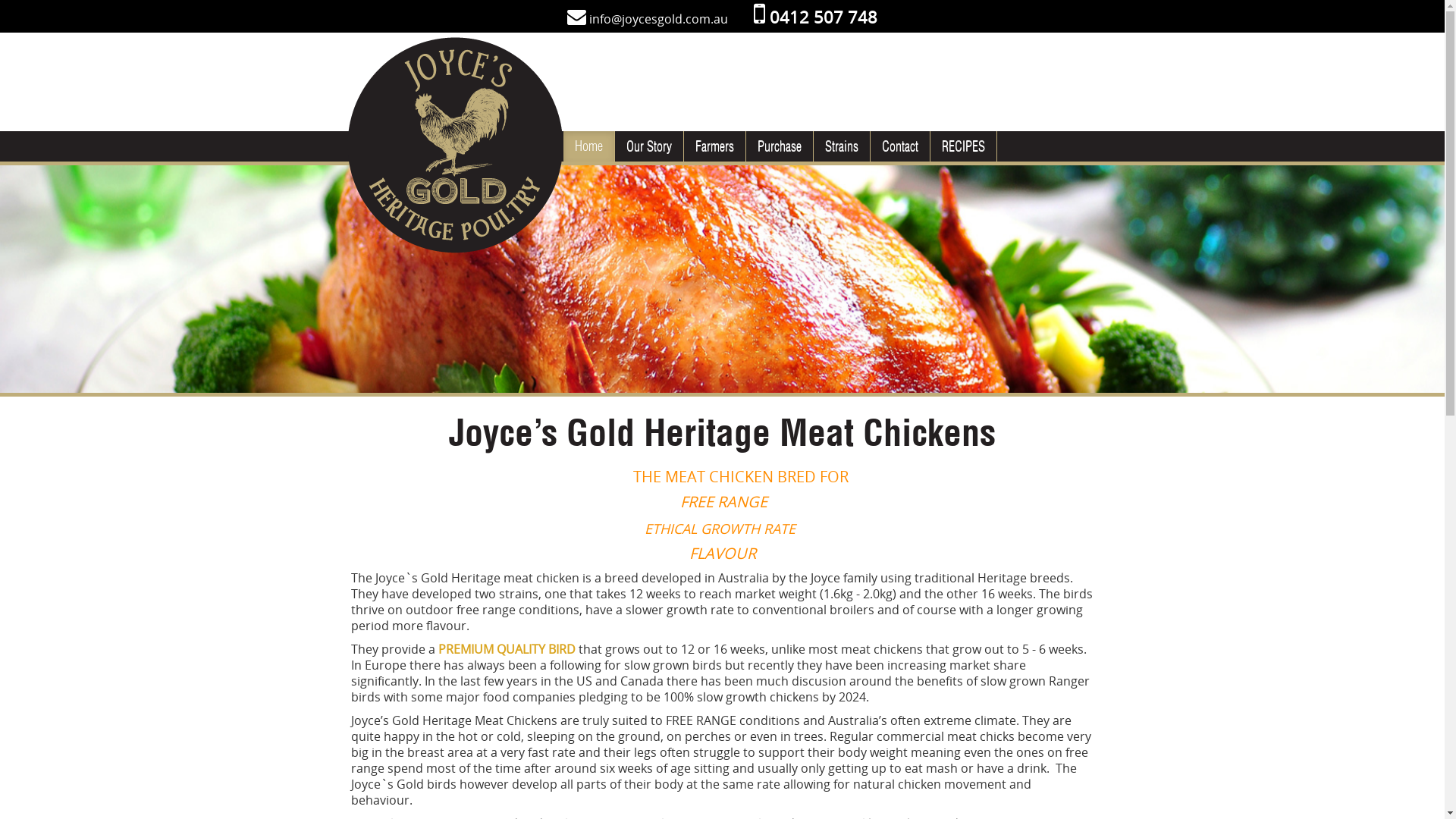 The height and width of the screenshot is (819, 1456). Describe the element at coordinates (779, 146) in the screenshot. I see `'Purchase'` at that location.